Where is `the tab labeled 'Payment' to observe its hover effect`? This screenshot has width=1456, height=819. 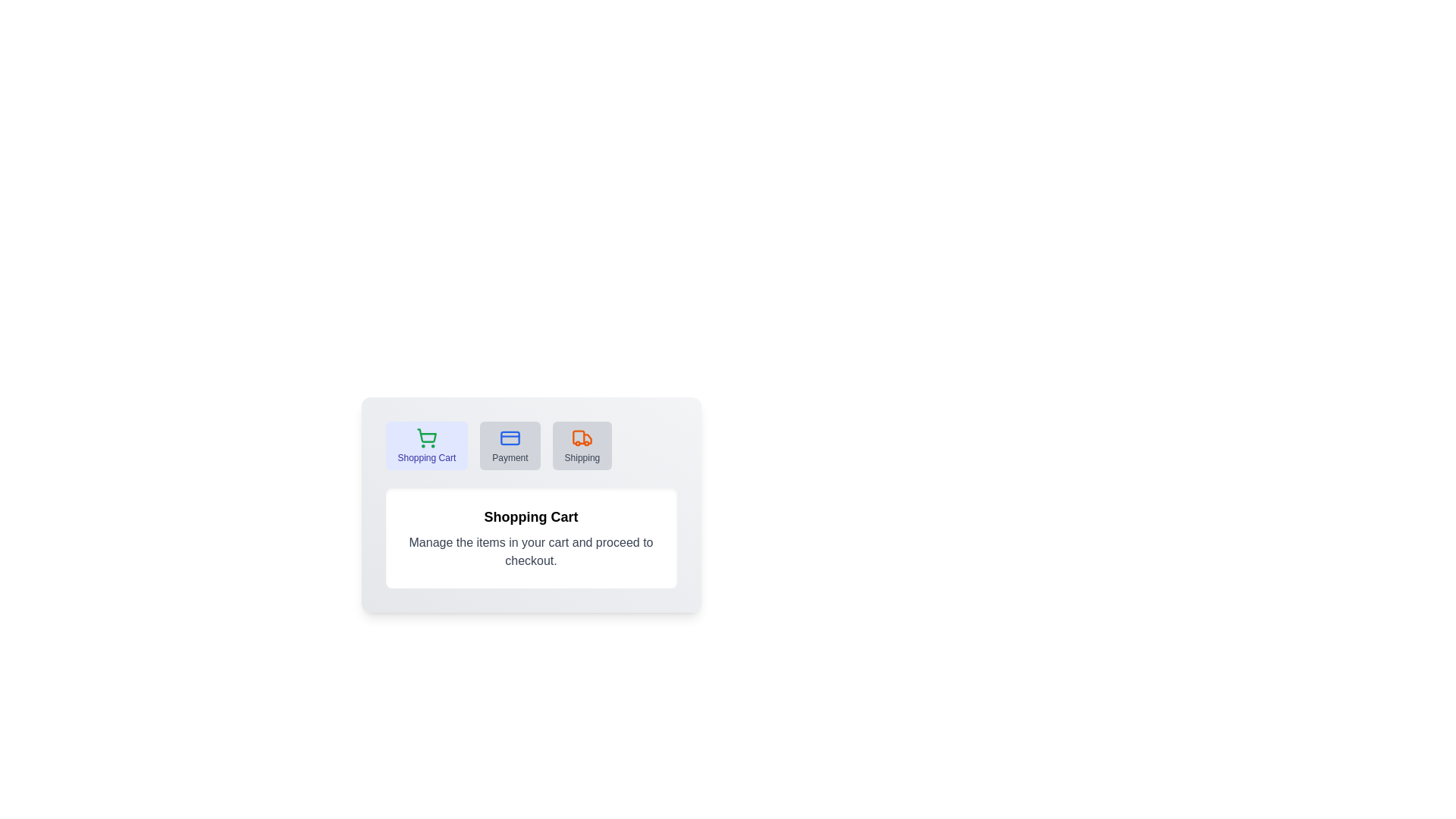
the tab labeled 'Payment' to observe its hover effect is located at coordinates (510, 444).